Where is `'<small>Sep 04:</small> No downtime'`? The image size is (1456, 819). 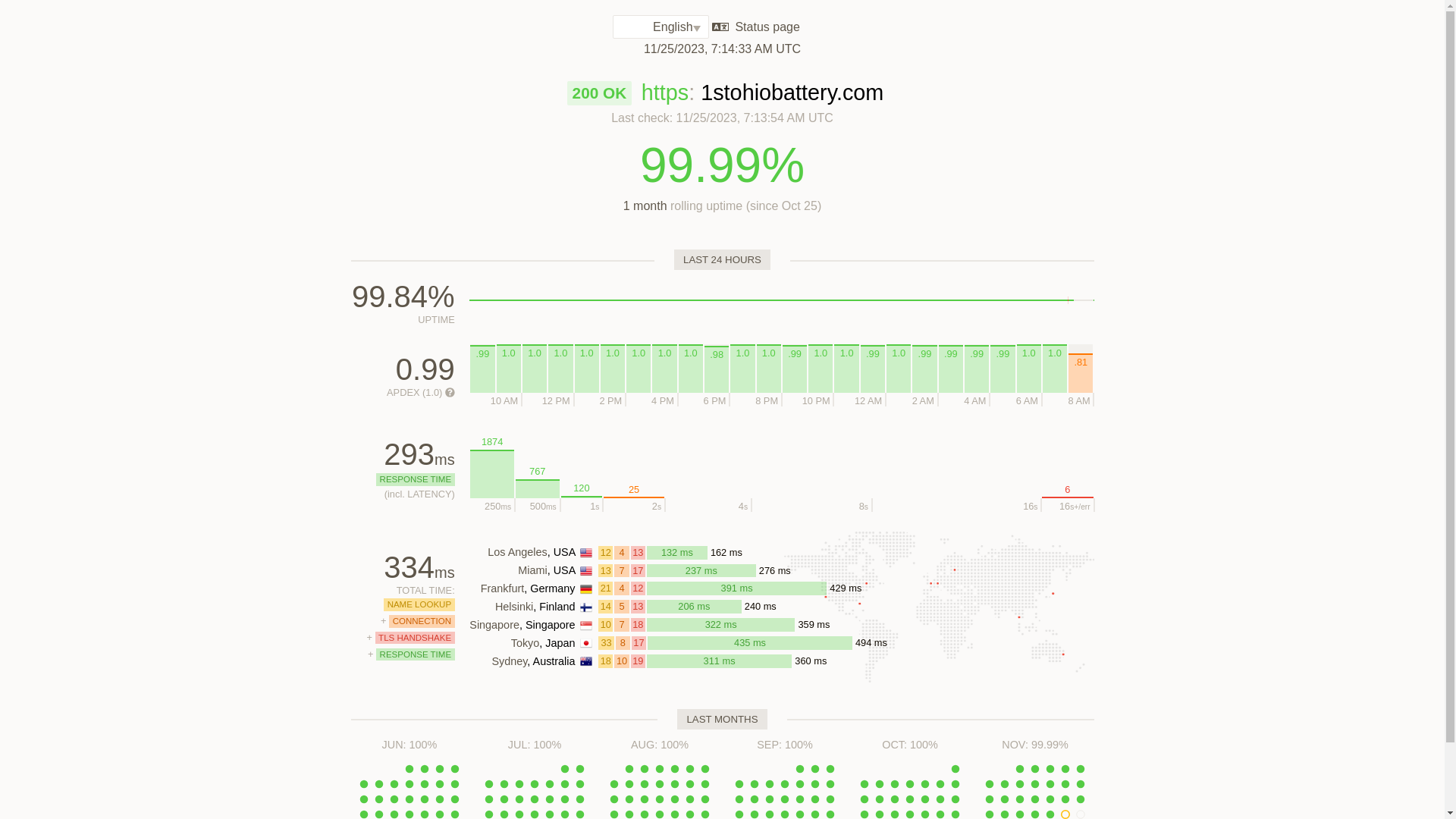 '<small>Sep 04:</small> No downtime' is located at coordinates (739, 783).